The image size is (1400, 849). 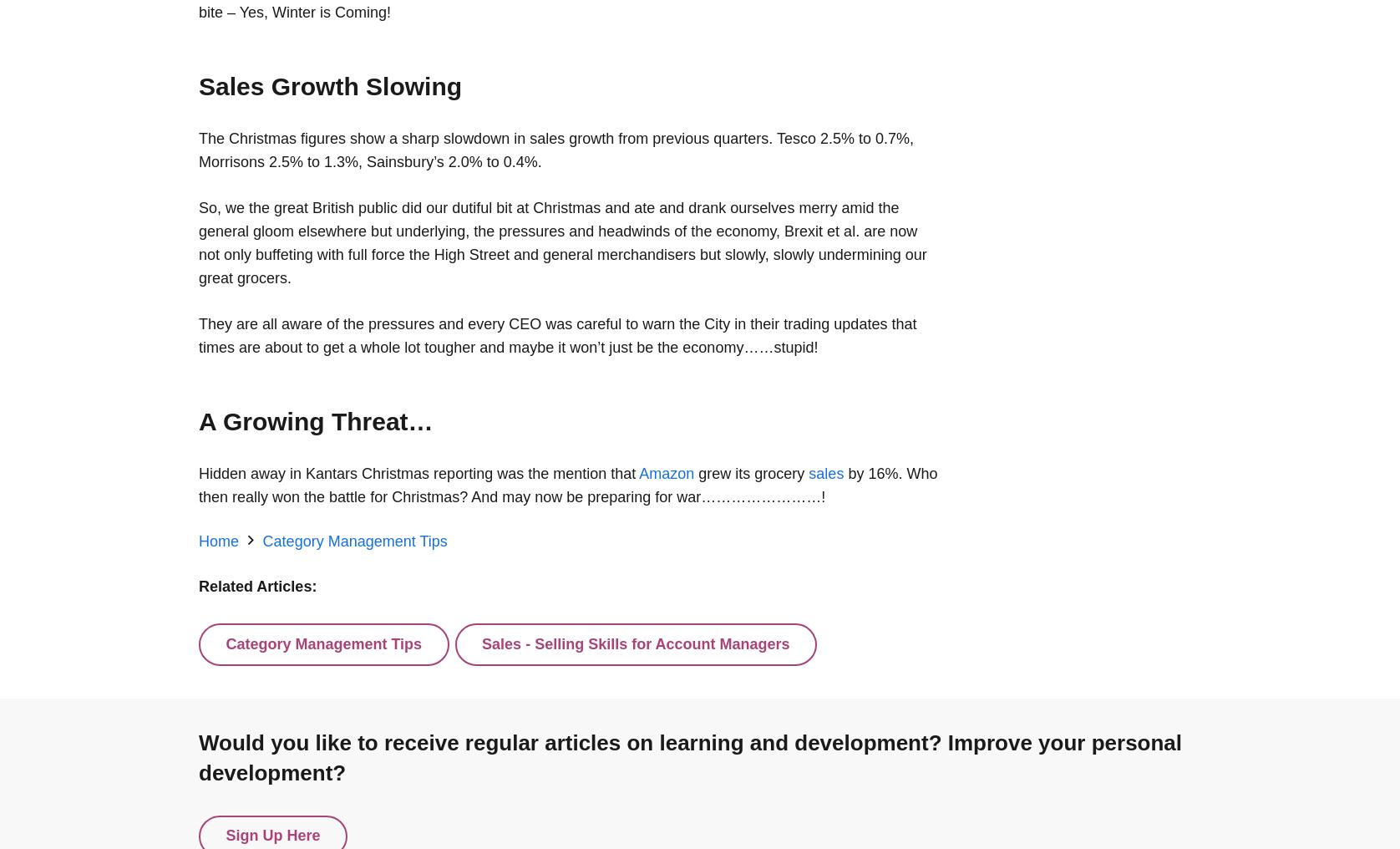 What do you see at coordinates (665, 472) in the screenshot?
I see `'Amazon'` at bounding box center [665, 472].